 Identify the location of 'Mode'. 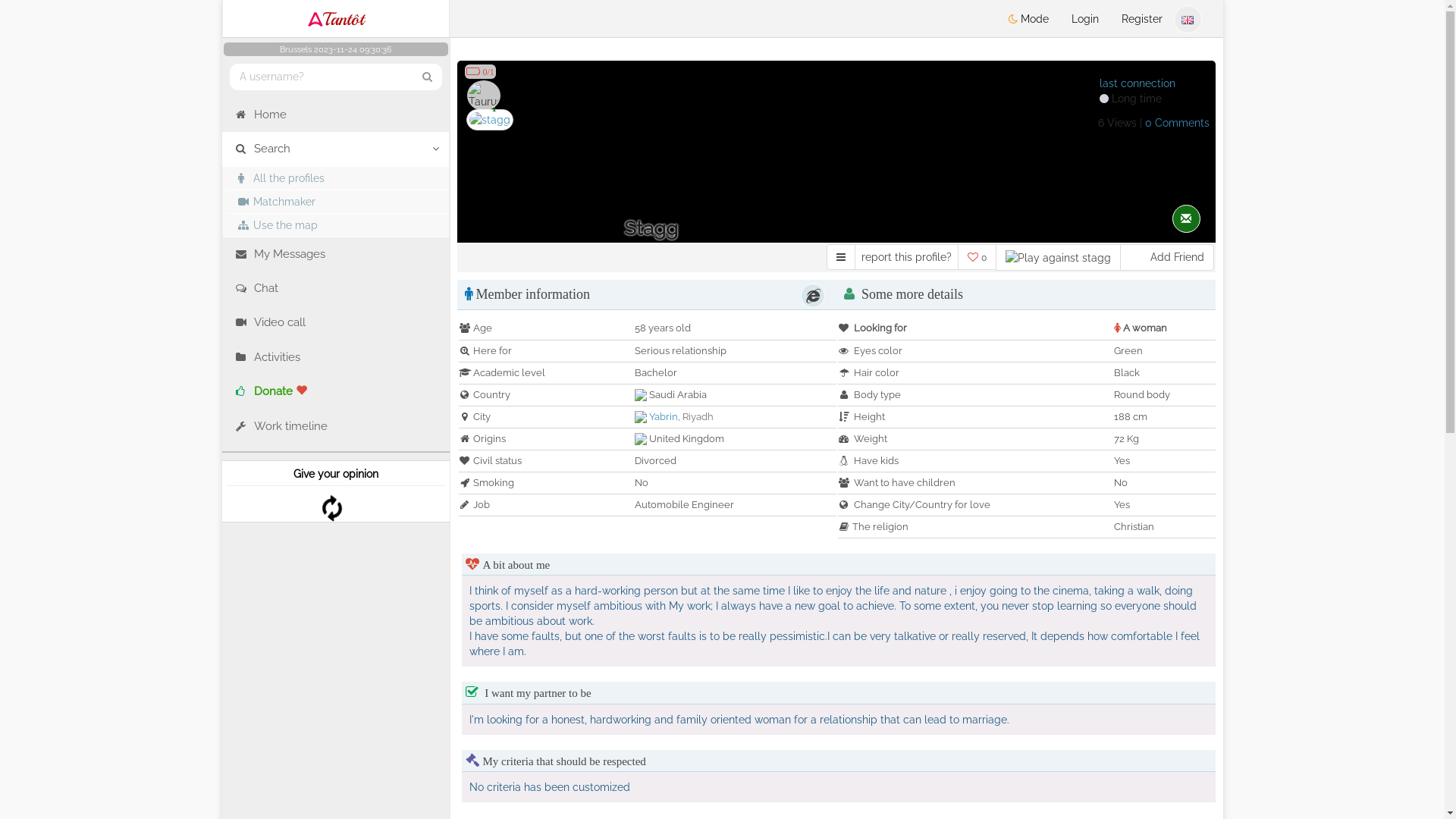
(1028, 18).